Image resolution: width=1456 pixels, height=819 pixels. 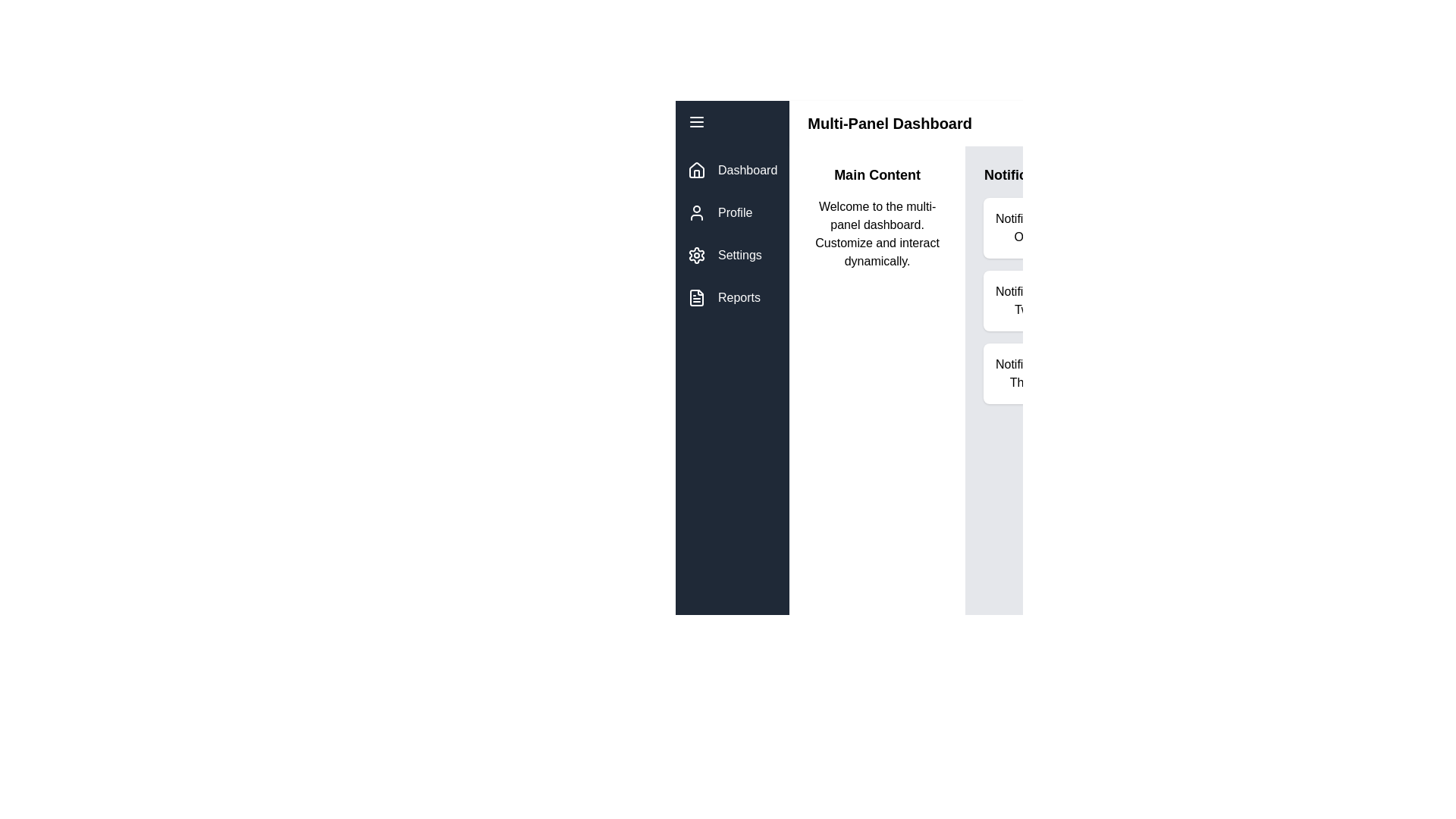 What do you see at coordinates (695, 254) in the screenshot?
I see `the settings icon located in the sidebar navigation panel, positioned third below the Dashboard and Profile icons` at bounding box center [695, 254].